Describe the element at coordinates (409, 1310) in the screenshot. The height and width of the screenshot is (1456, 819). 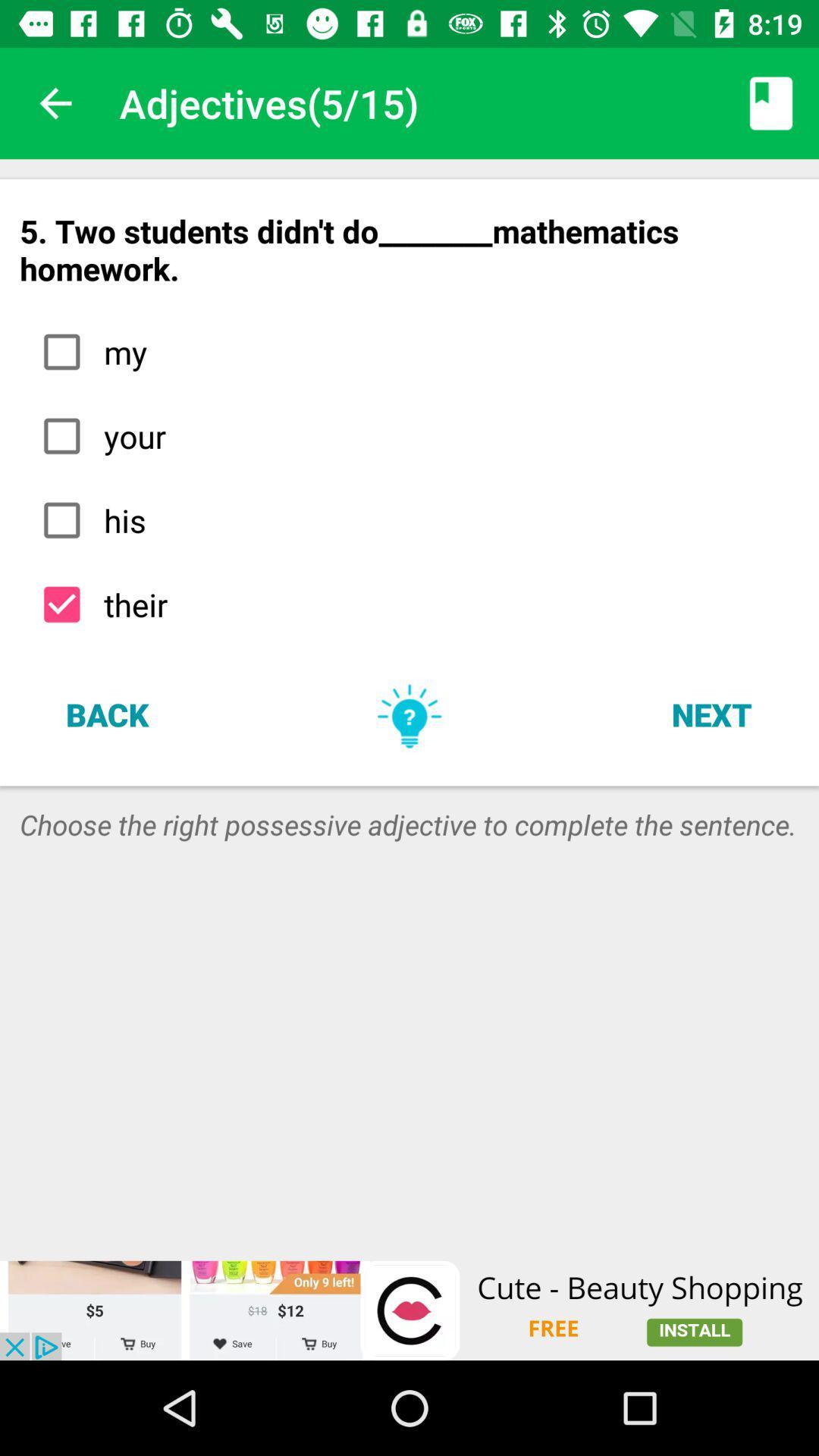
I see `advertisent page` at that location.